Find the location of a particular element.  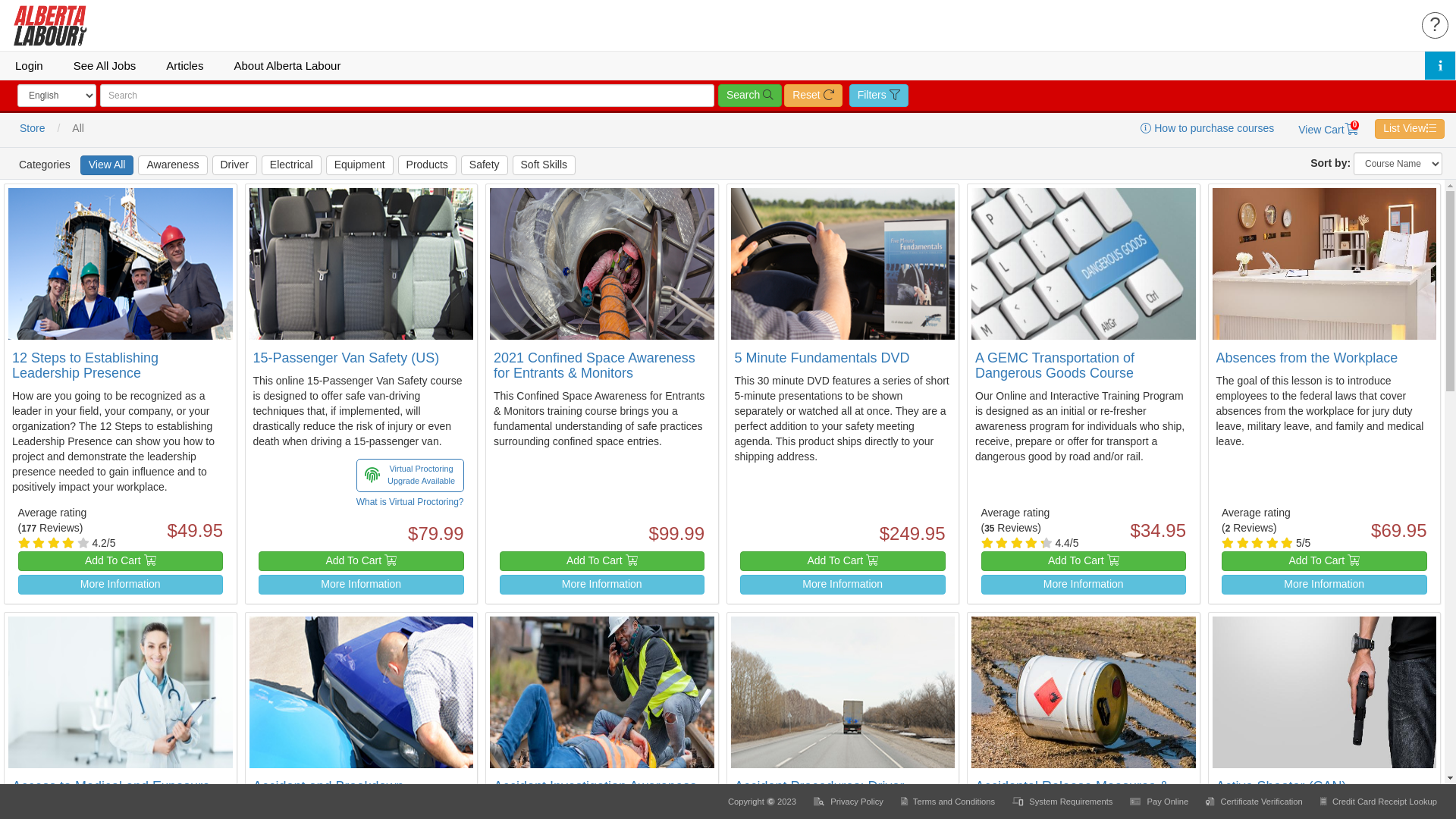

'Privacy Policy' is located at coordinates (849, 800).